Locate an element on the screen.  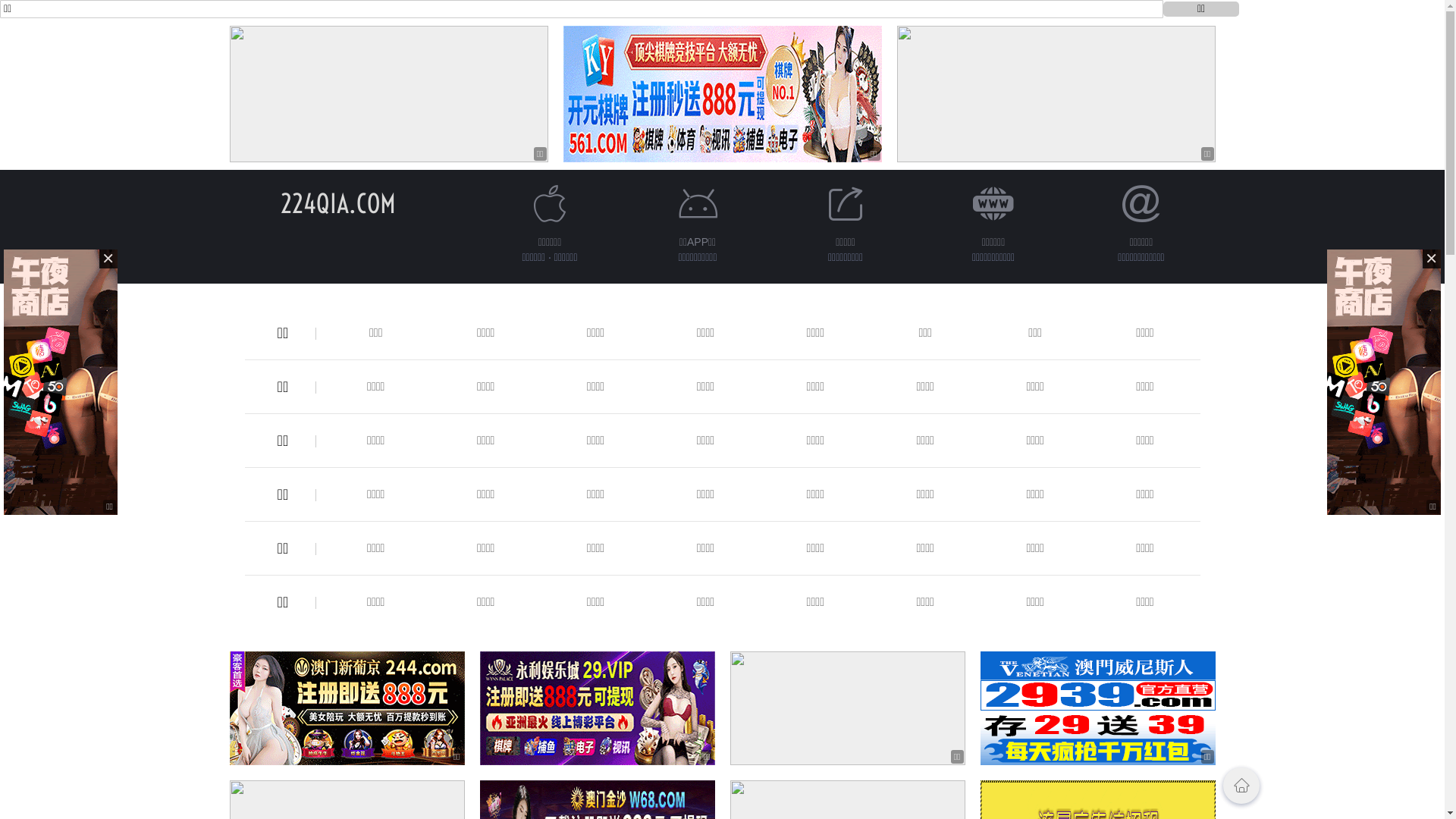
'224QIA.COM' is located at coordinates (337, 202).